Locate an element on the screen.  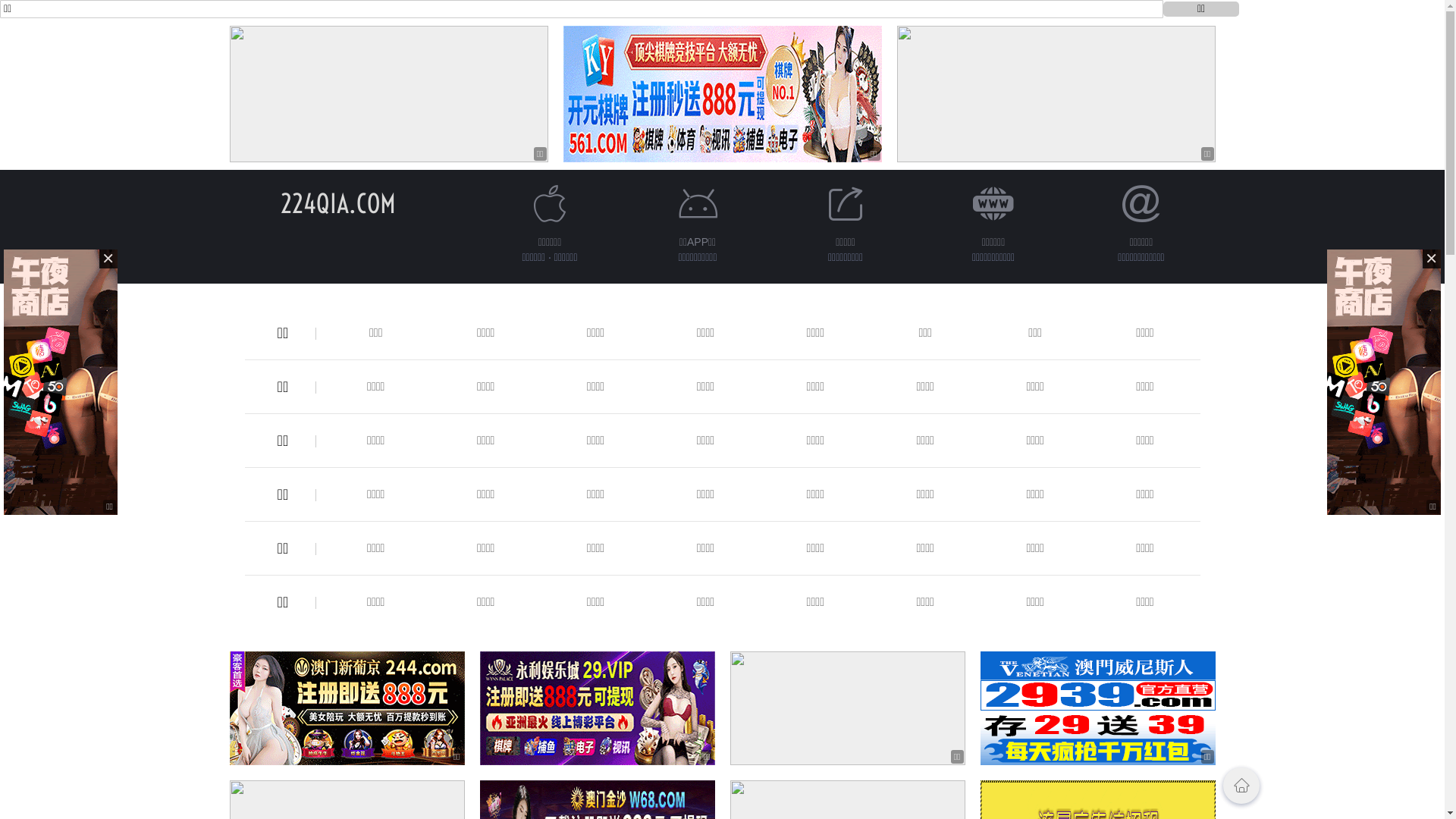
'224QIA.COM' is located at coordinates (337, 202).